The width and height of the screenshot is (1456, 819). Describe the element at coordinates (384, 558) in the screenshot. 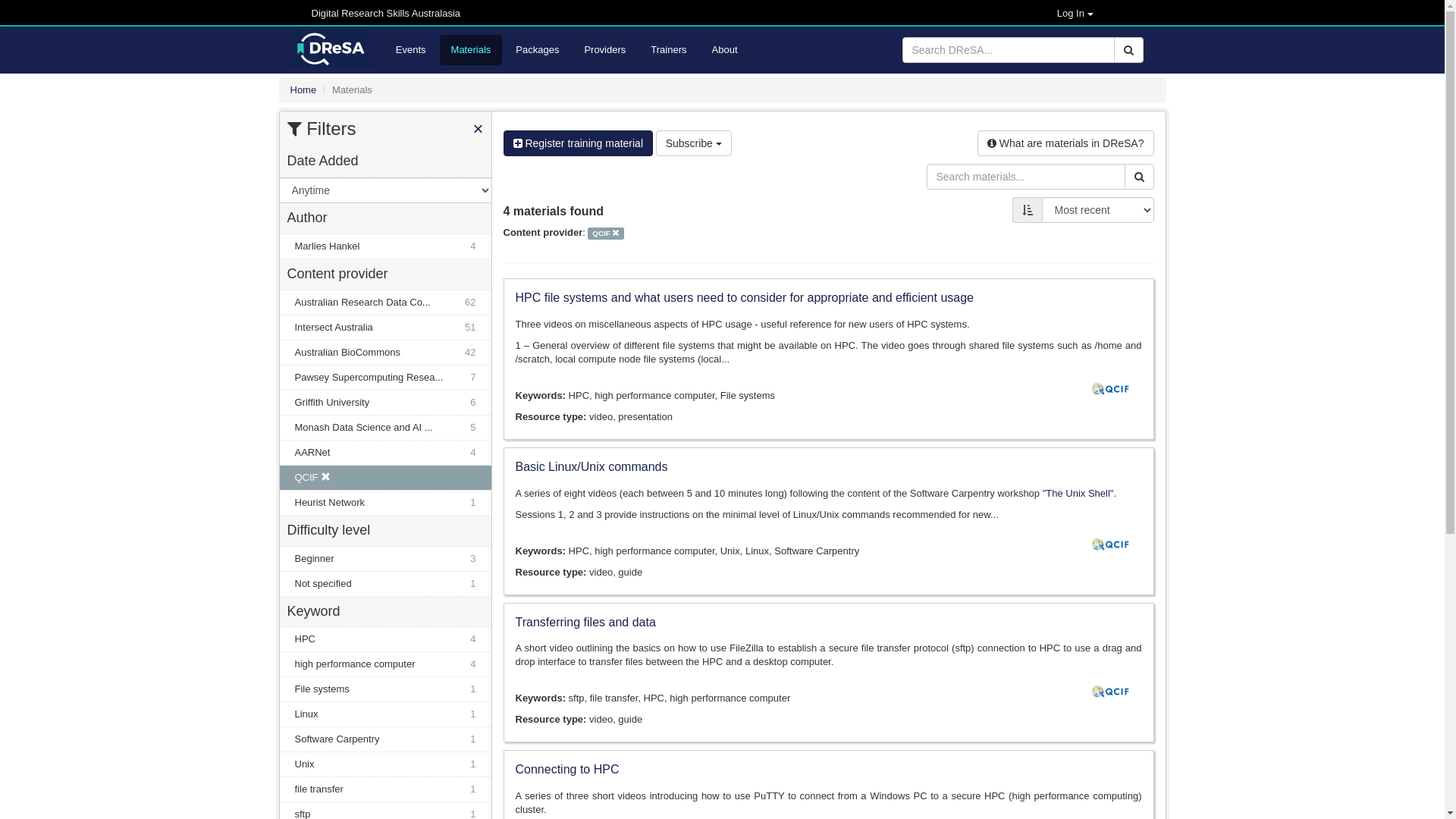

I see `'Beginner` at that location.